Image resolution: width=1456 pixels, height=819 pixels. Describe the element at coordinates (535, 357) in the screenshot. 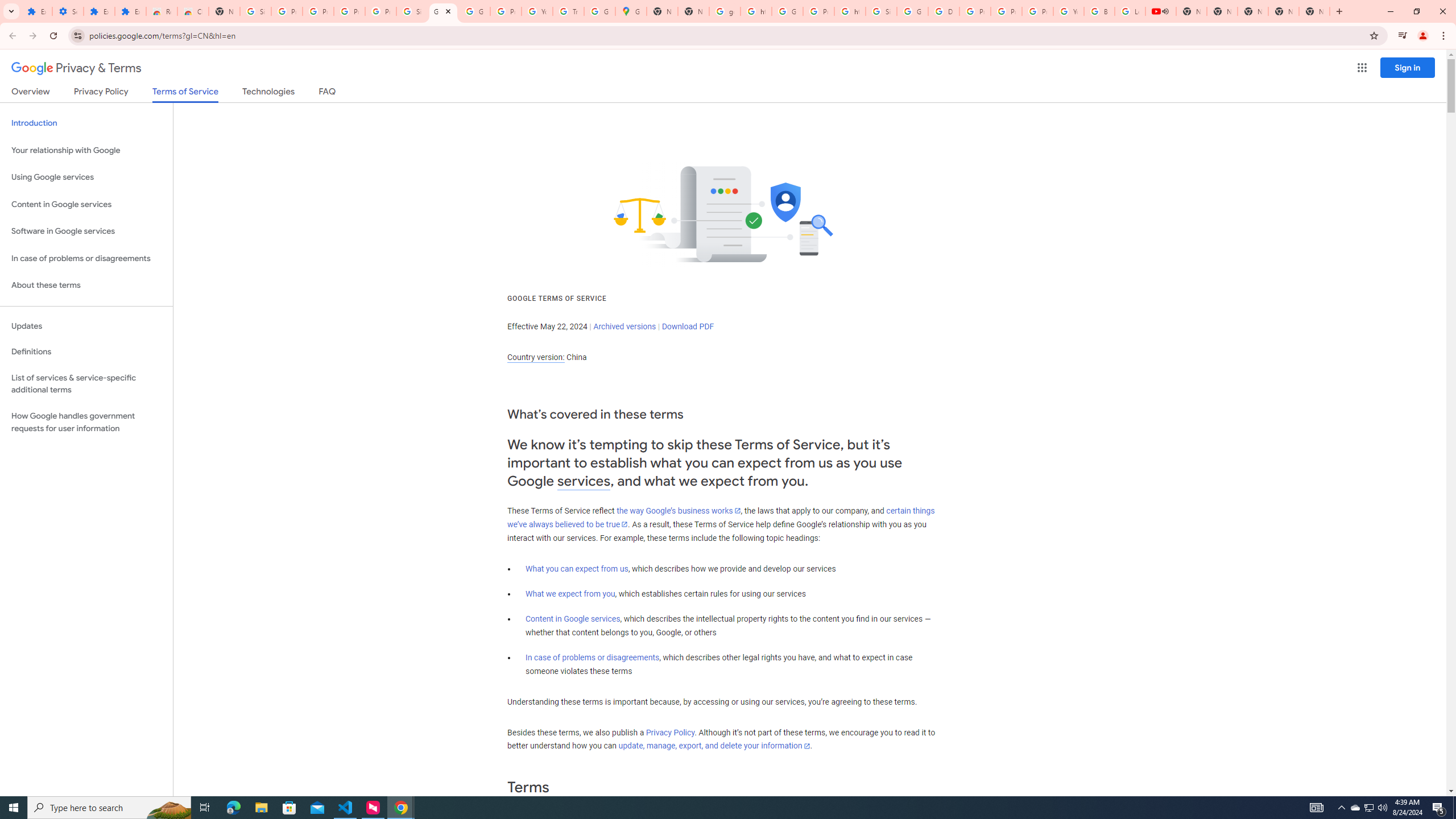

I see `'Country version:'` at that location.